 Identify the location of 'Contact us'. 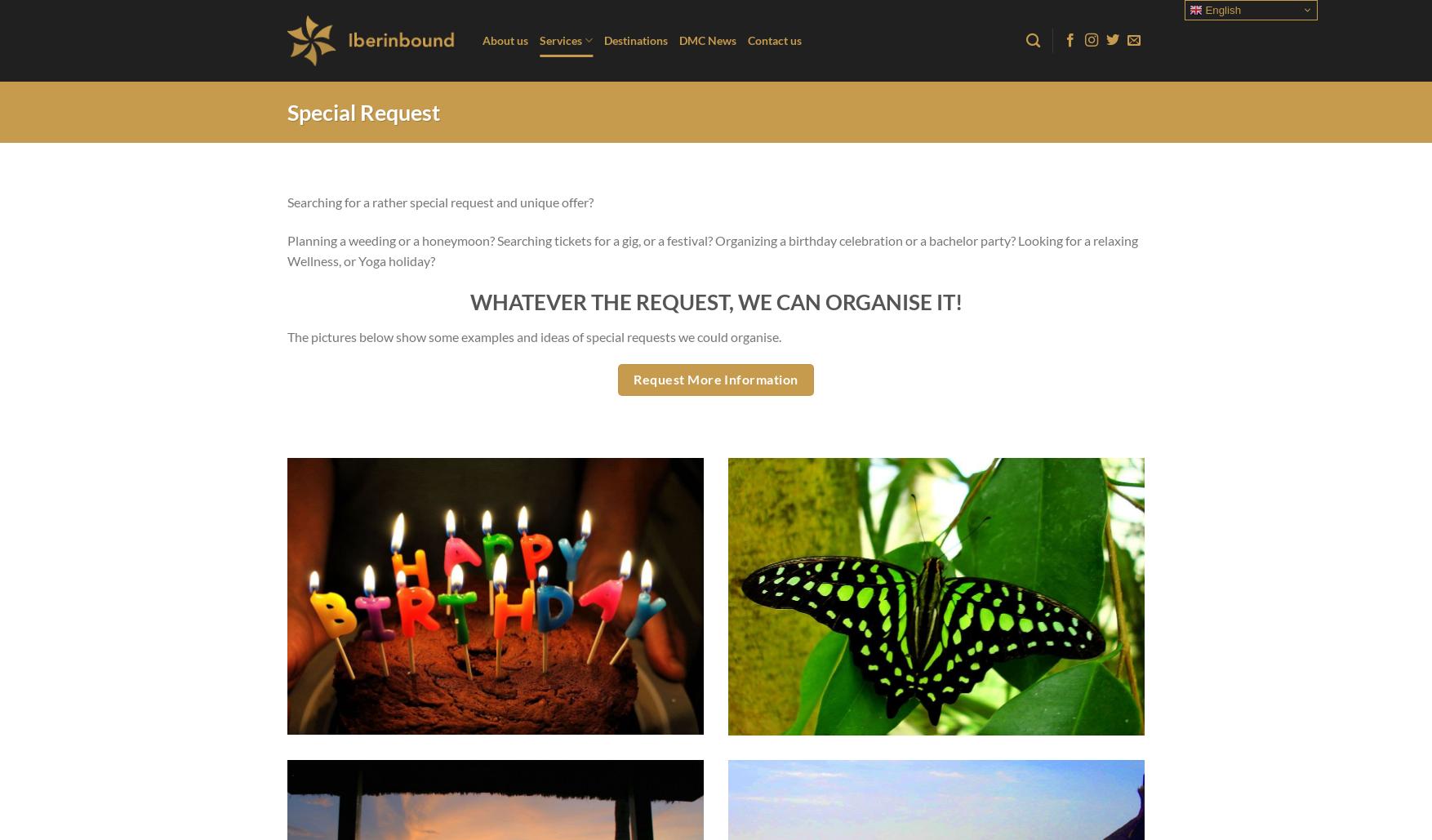
(747, 40).